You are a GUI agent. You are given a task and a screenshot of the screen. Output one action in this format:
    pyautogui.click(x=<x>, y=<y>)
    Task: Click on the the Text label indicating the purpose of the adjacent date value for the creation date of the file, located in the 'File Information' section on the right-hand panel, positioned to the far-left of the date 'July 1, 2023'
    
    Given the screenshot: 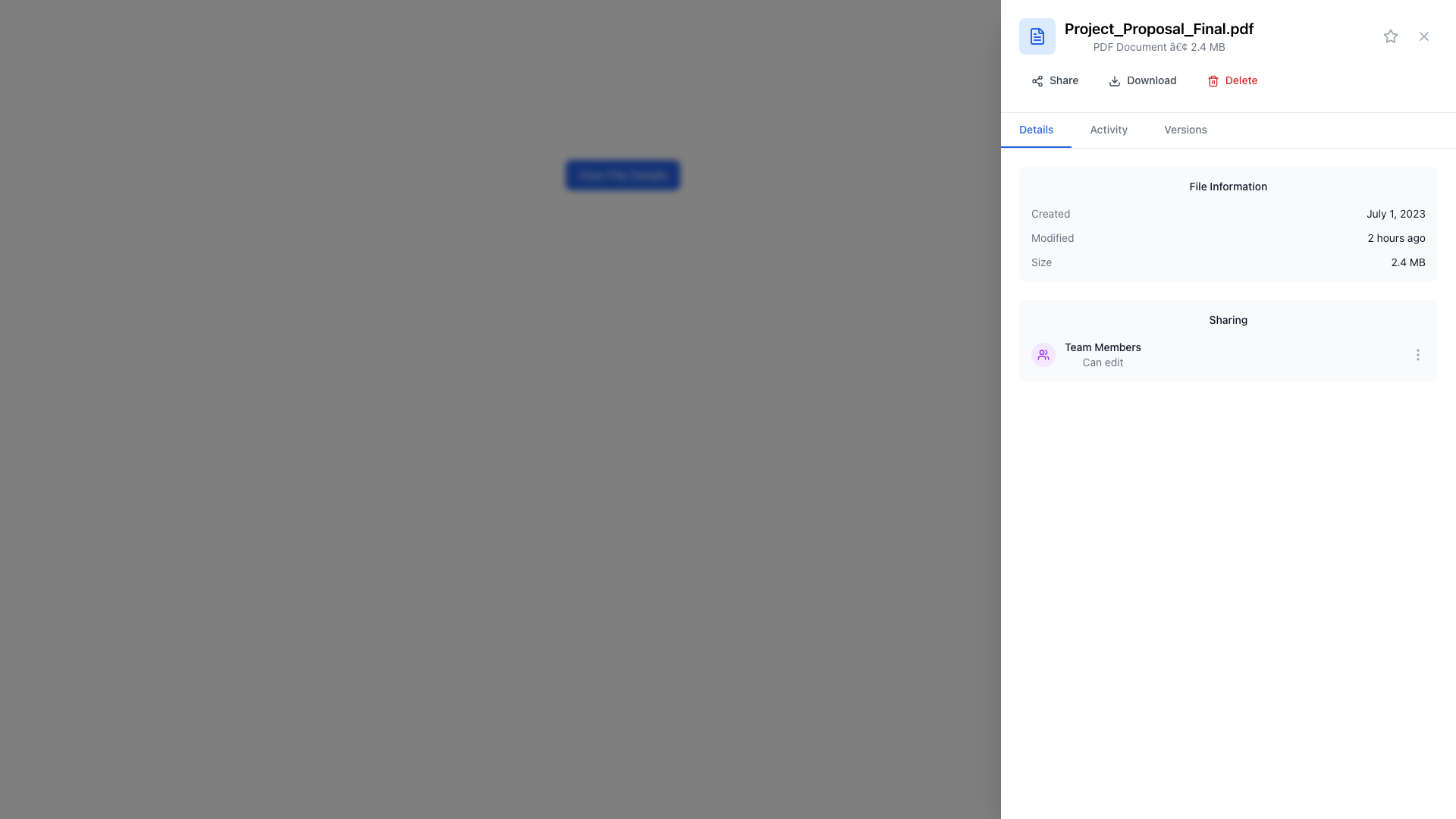 What is the action you would take?
    pyautogui.click(x=1050, y=213)
    